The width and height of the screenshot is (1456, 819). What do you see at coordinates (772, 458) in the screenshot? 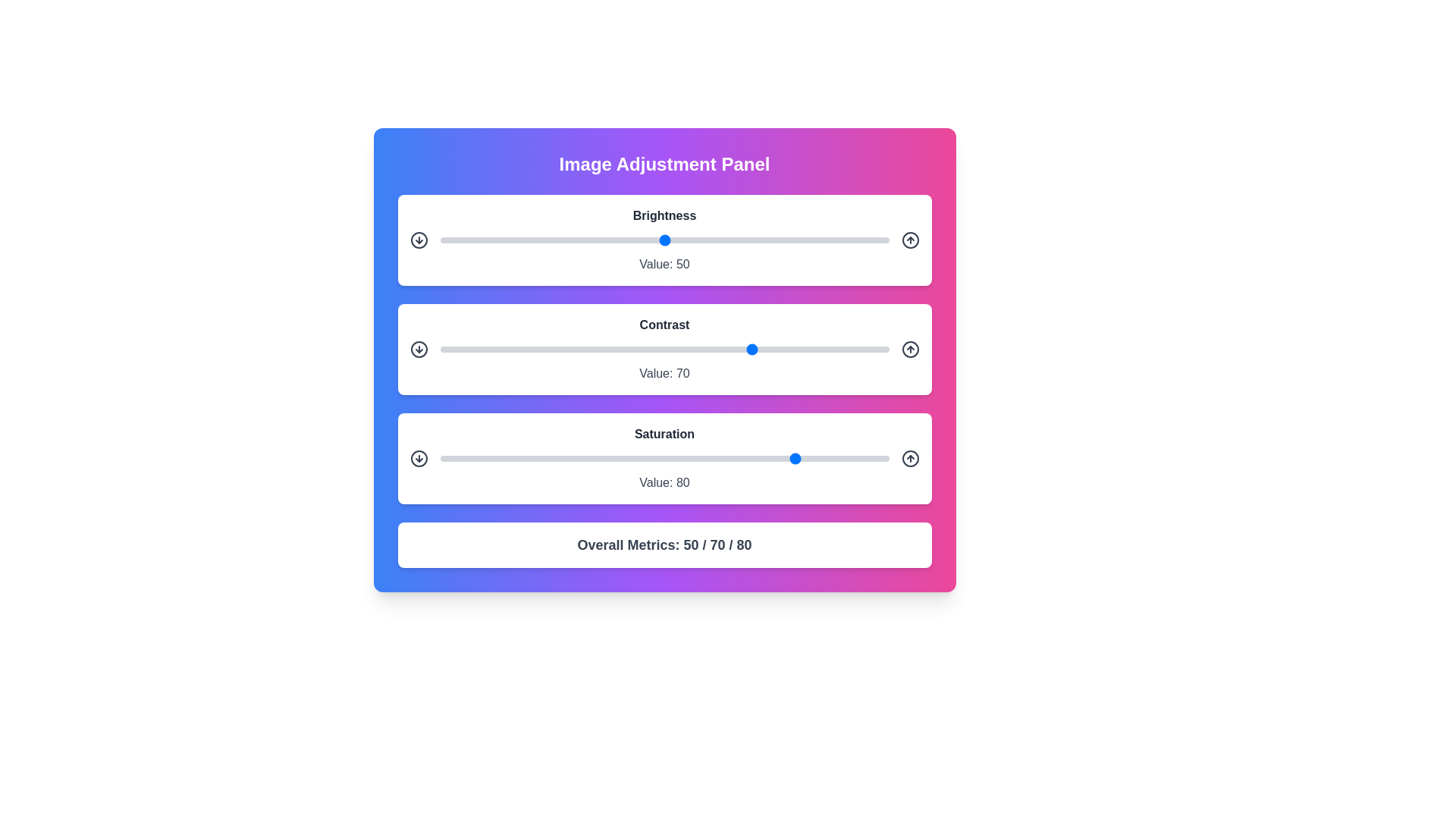
I see `saturation` at bounding box center [772, 458].